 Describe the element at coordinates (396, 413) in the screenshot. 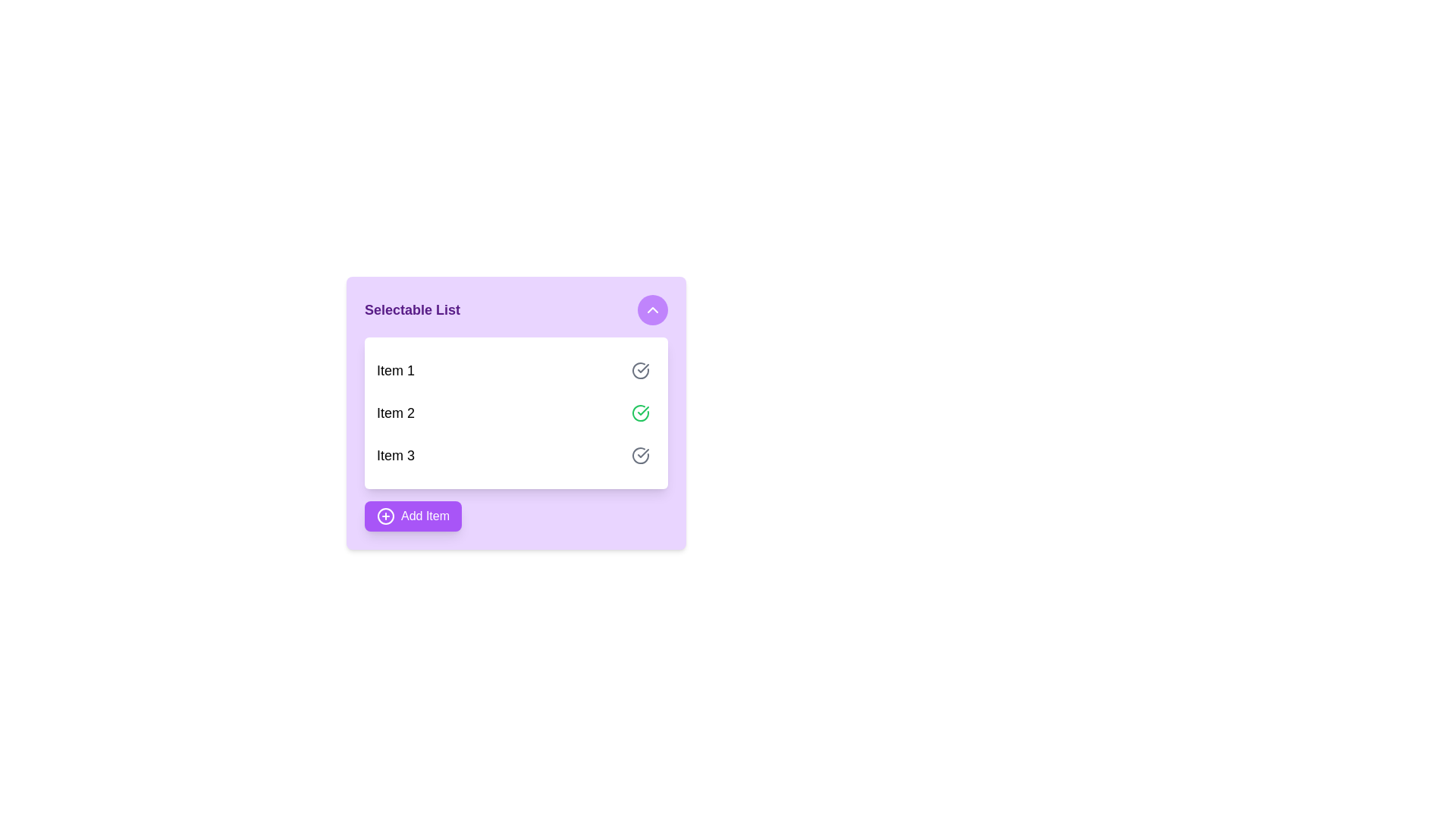

I see `the text label displaying 'Item 2' located in the selectable list, positioned below 'Item 1' and above 'Item 3'` at that location.